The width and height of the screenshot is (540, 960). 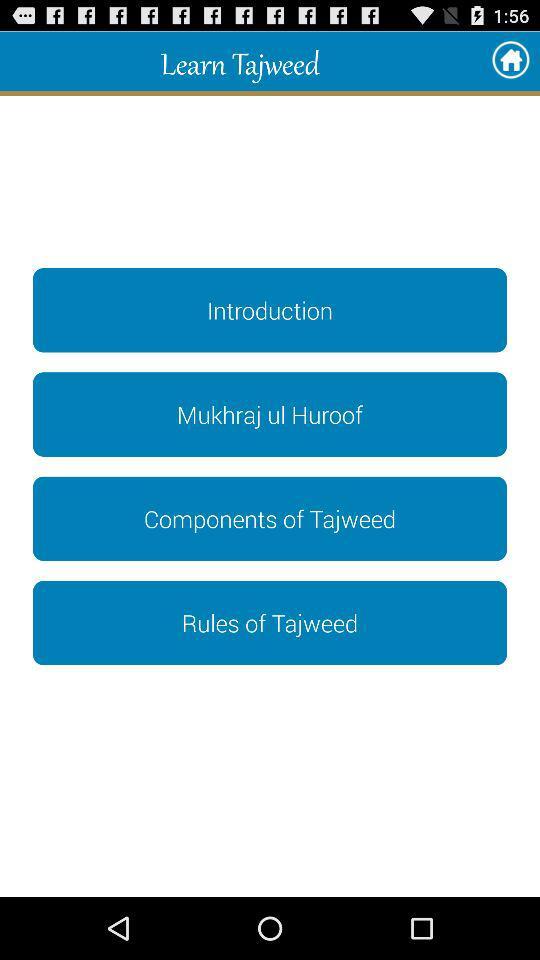 I want to click on item at the top right corner, so click(x=510, y=61).